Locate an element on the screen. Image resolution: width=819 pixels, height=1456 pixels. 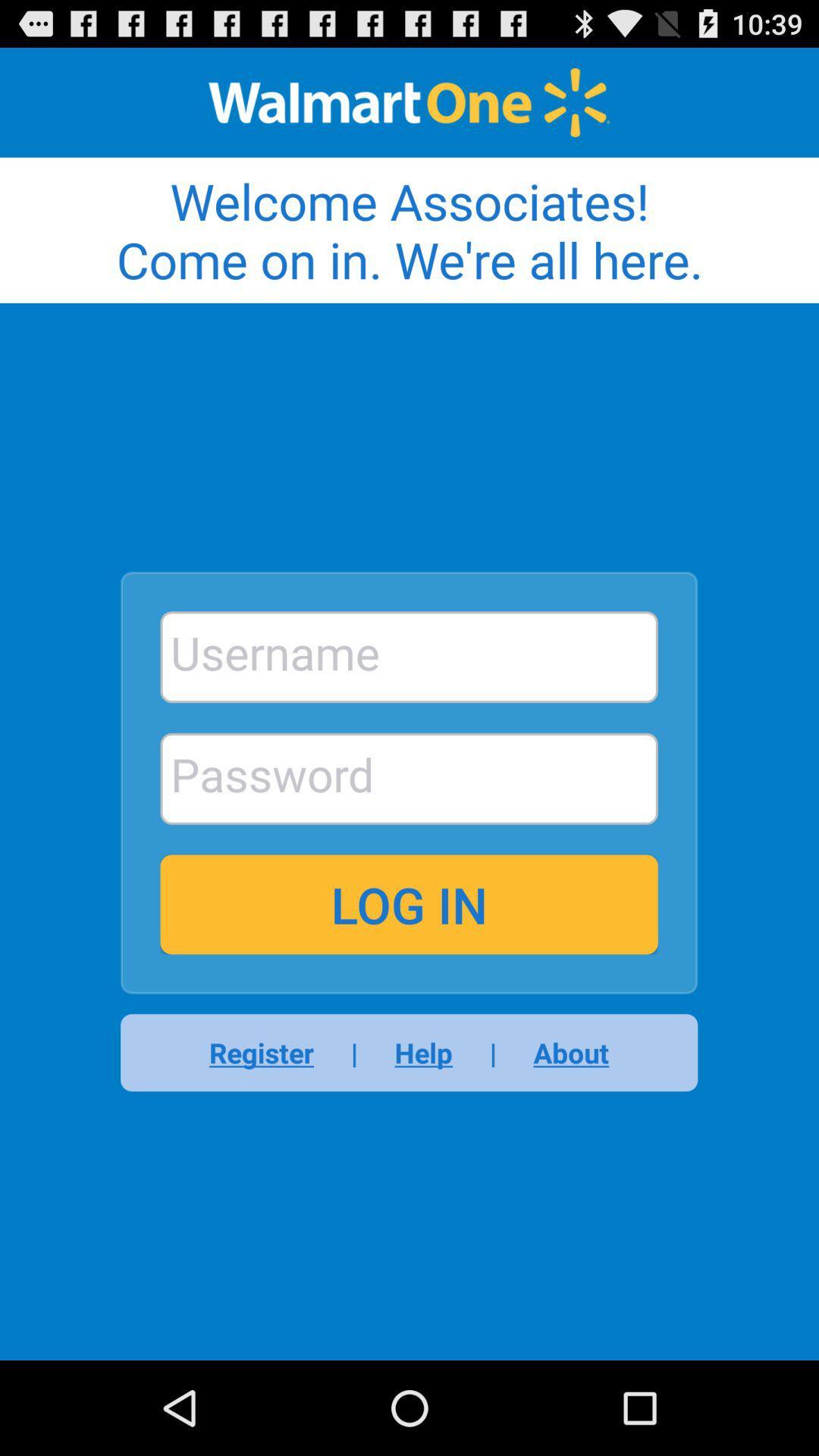
about  item is located at coordinates (561, 1052).